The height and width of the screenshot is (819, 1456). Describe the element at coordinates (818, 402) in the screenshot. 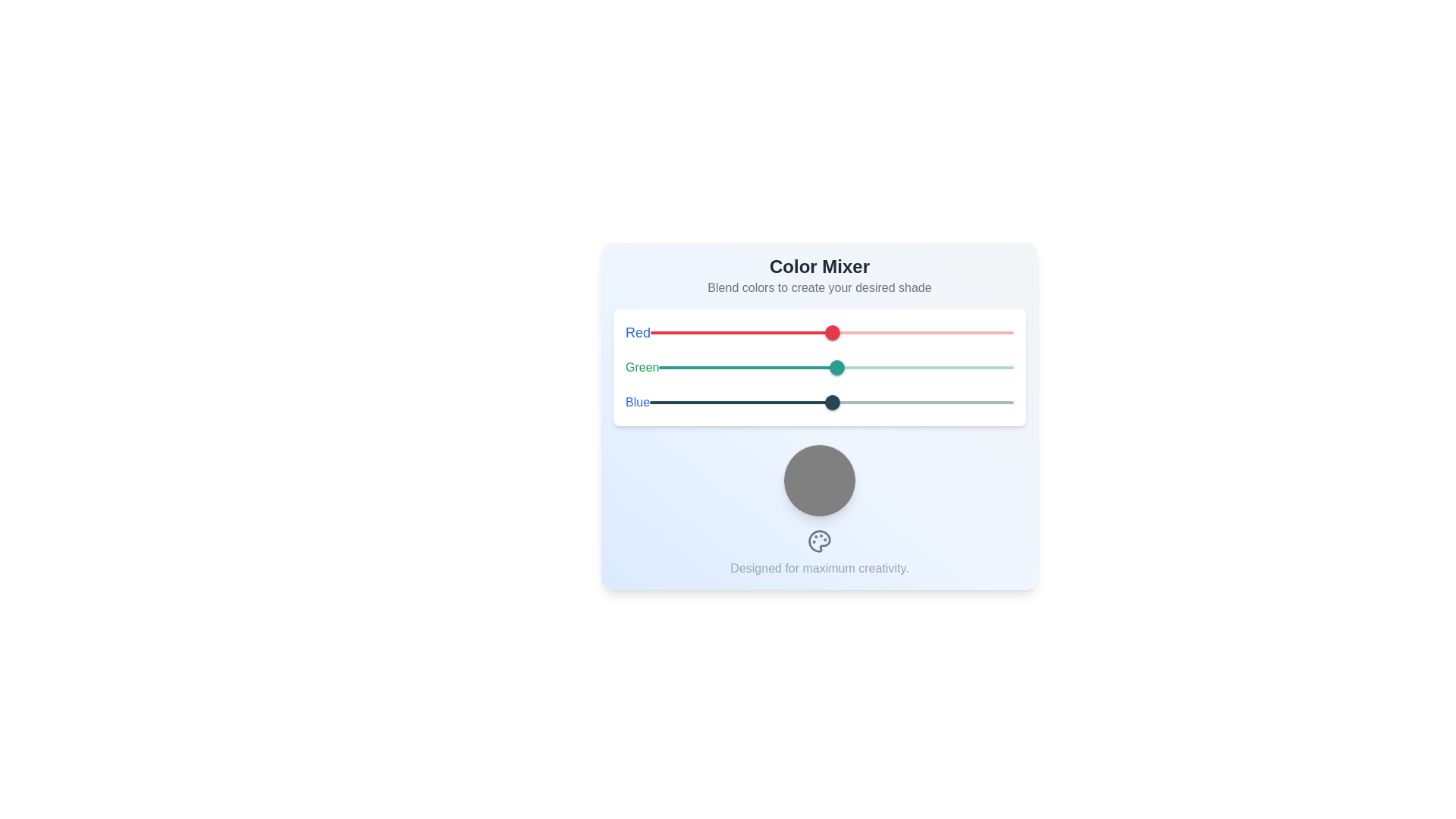

I see `the Blue channel` at that location.